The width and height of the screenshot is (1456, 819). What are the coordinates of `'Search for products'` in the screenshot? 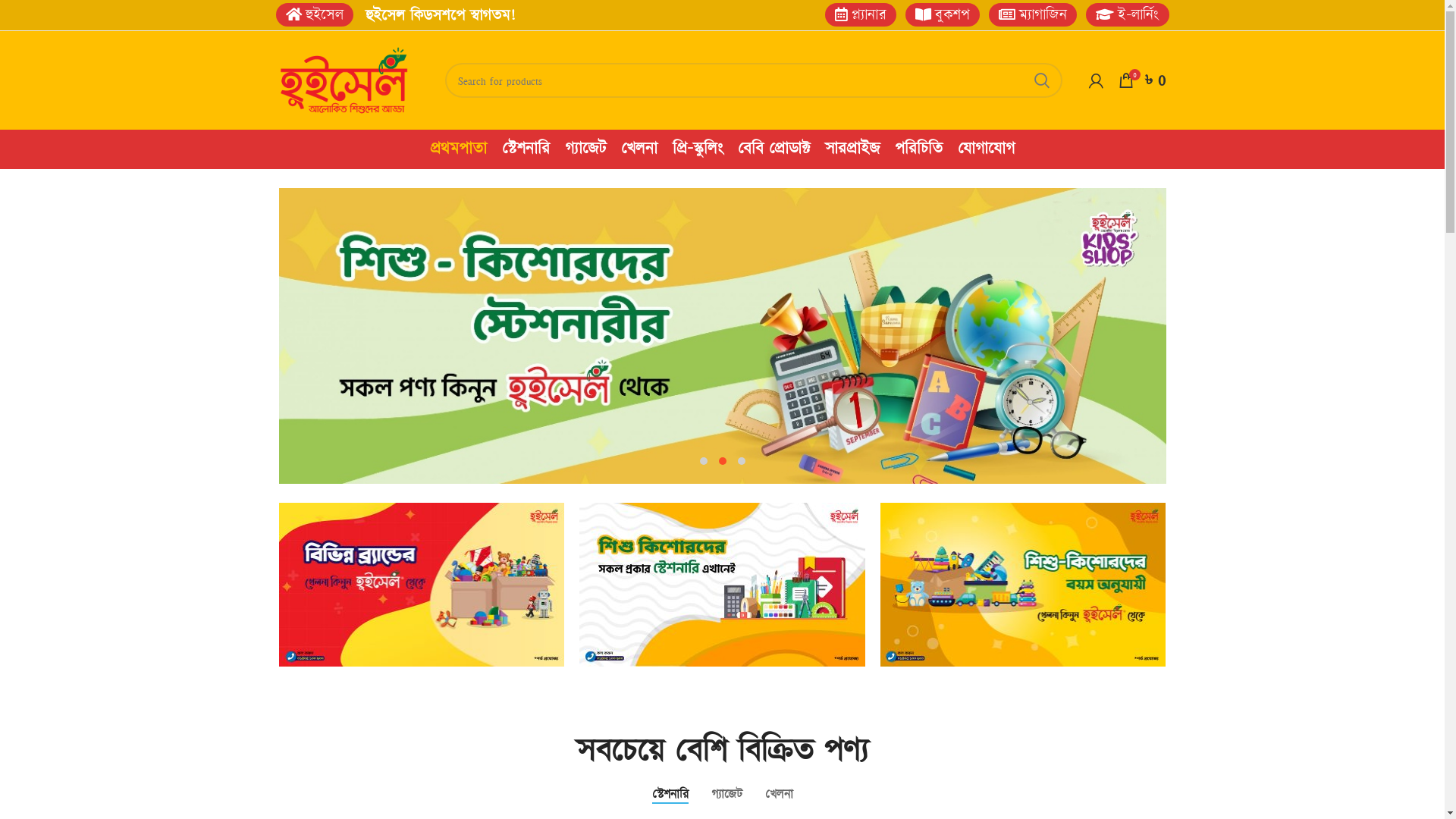 It's located at (753, 80).